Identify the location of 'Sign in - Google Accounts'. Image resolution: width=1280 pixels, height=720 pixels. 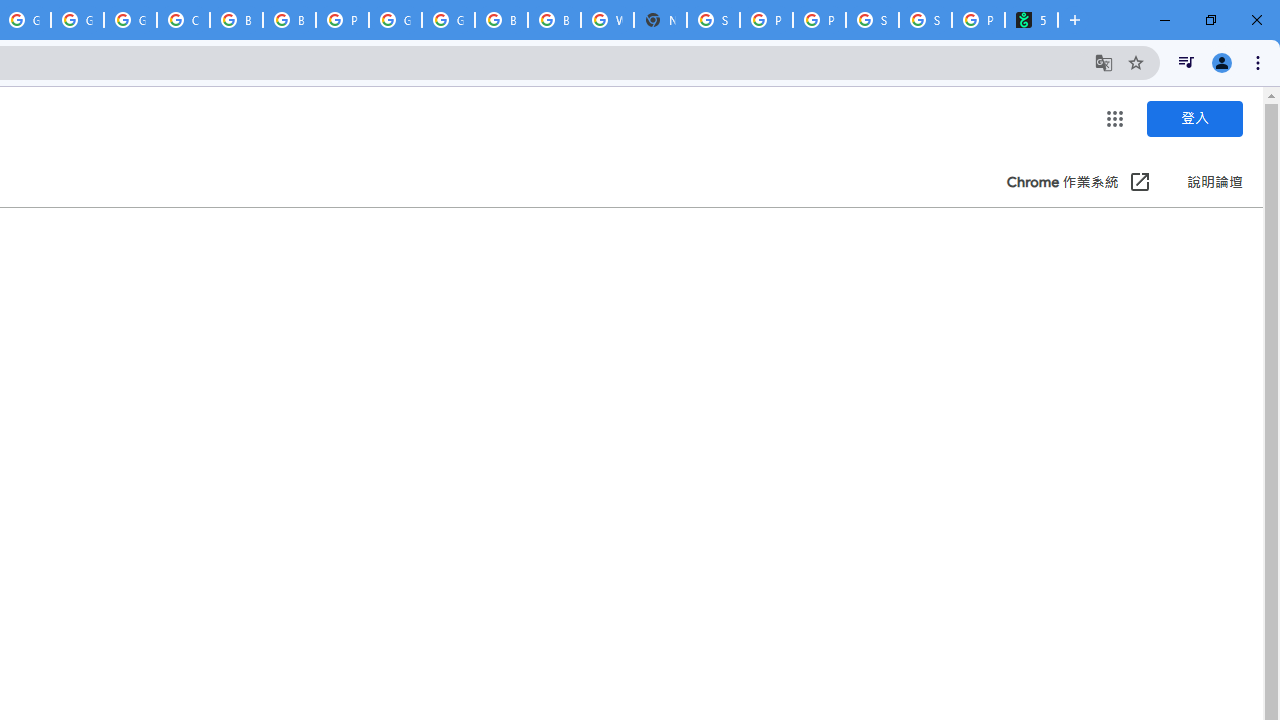
(713, 20).